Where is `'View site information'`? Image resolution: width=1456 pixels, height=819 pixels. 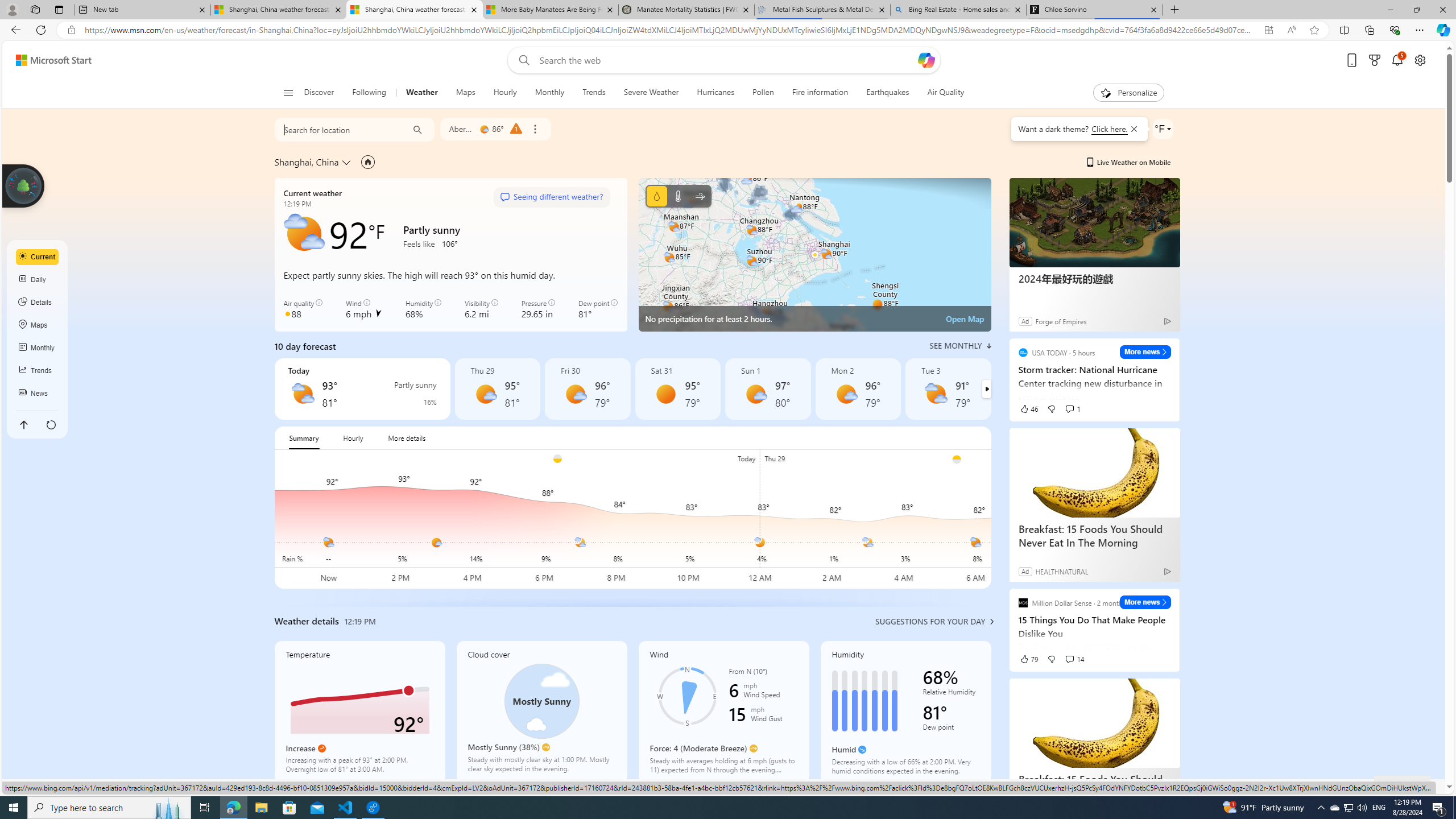
'View site information' is located at coordinates (71, 30).